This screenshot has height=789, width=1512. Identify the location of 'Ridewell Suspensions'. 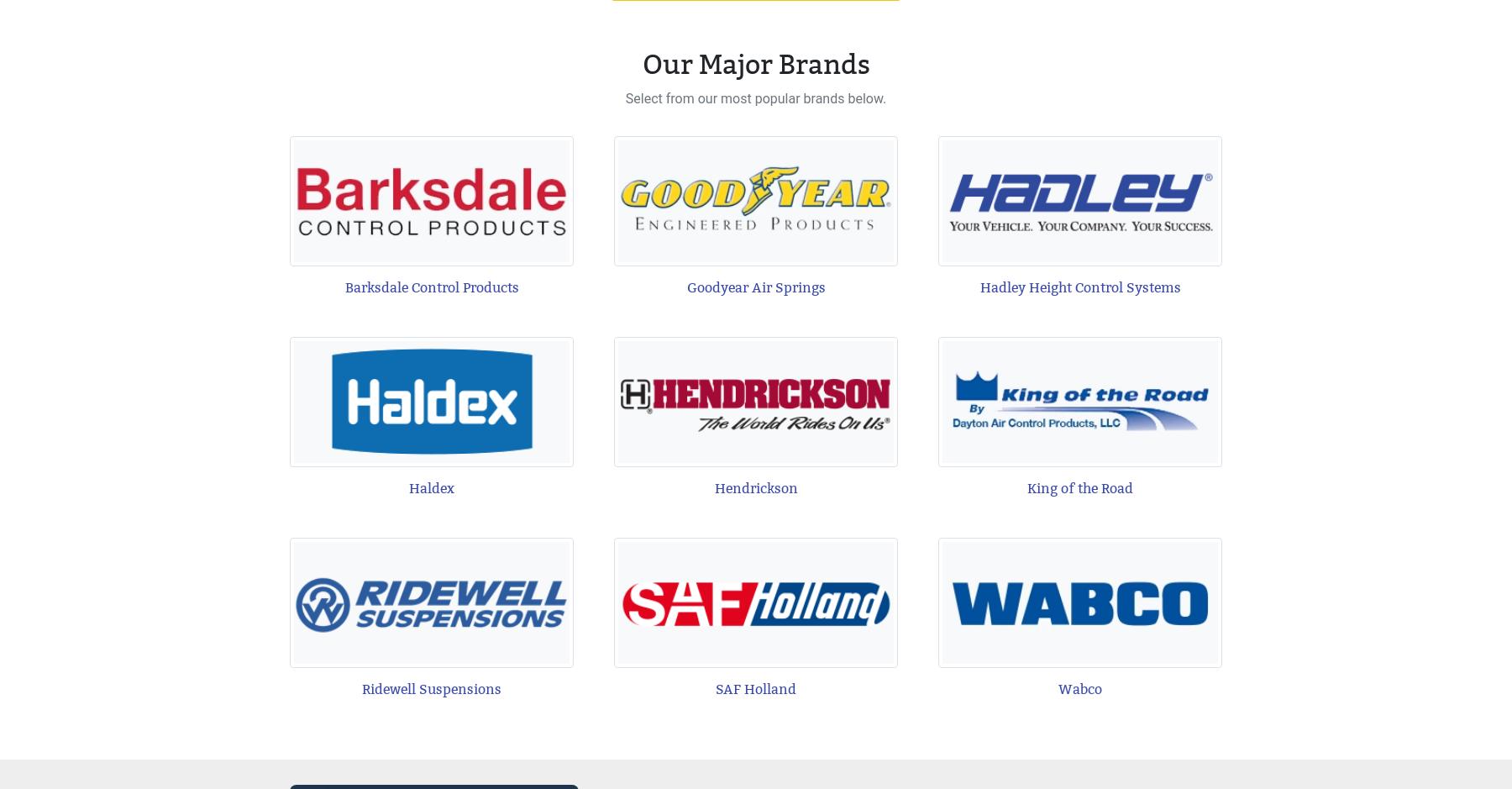
(431, 688).